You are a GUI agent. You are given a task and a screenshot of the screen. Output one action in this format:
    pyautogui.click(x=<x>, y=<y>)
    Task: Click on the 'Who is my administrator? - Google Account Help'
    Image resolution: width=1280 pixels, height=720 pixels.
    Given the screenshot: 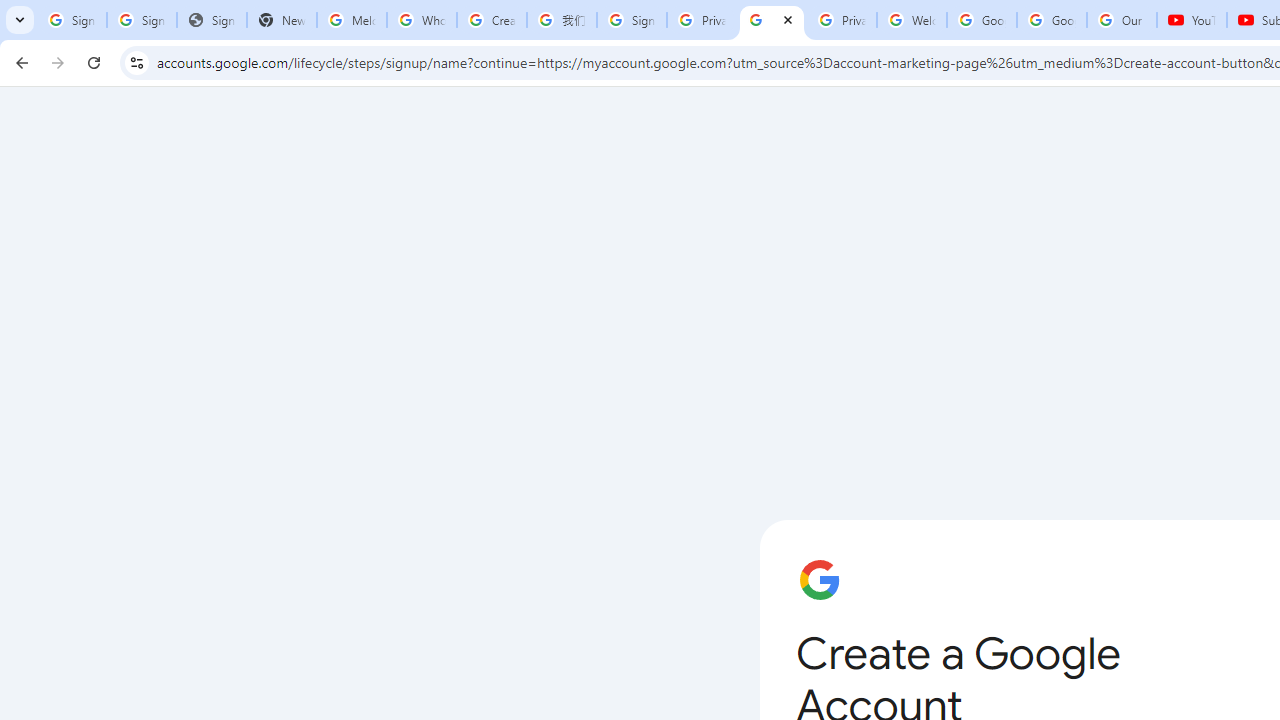 What is the action you would take?
    pyautogui.click(x=420, y=20)
    